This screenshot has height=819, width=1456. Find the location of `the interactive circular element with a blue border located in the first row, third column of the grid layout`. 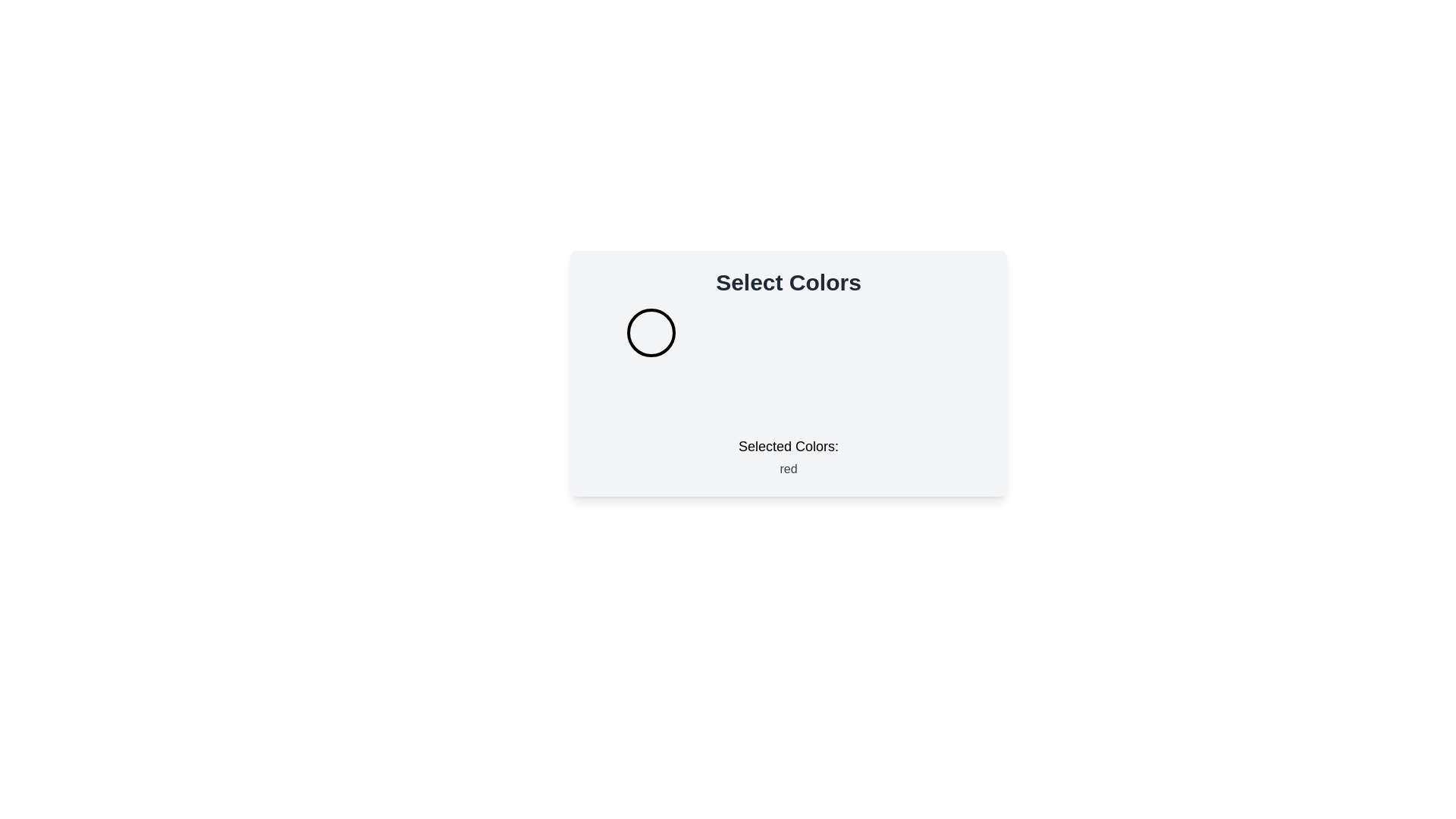

the interactive circular element with a blue border located in the first row, third column of the grid layout is located at coordinates (925, 332).